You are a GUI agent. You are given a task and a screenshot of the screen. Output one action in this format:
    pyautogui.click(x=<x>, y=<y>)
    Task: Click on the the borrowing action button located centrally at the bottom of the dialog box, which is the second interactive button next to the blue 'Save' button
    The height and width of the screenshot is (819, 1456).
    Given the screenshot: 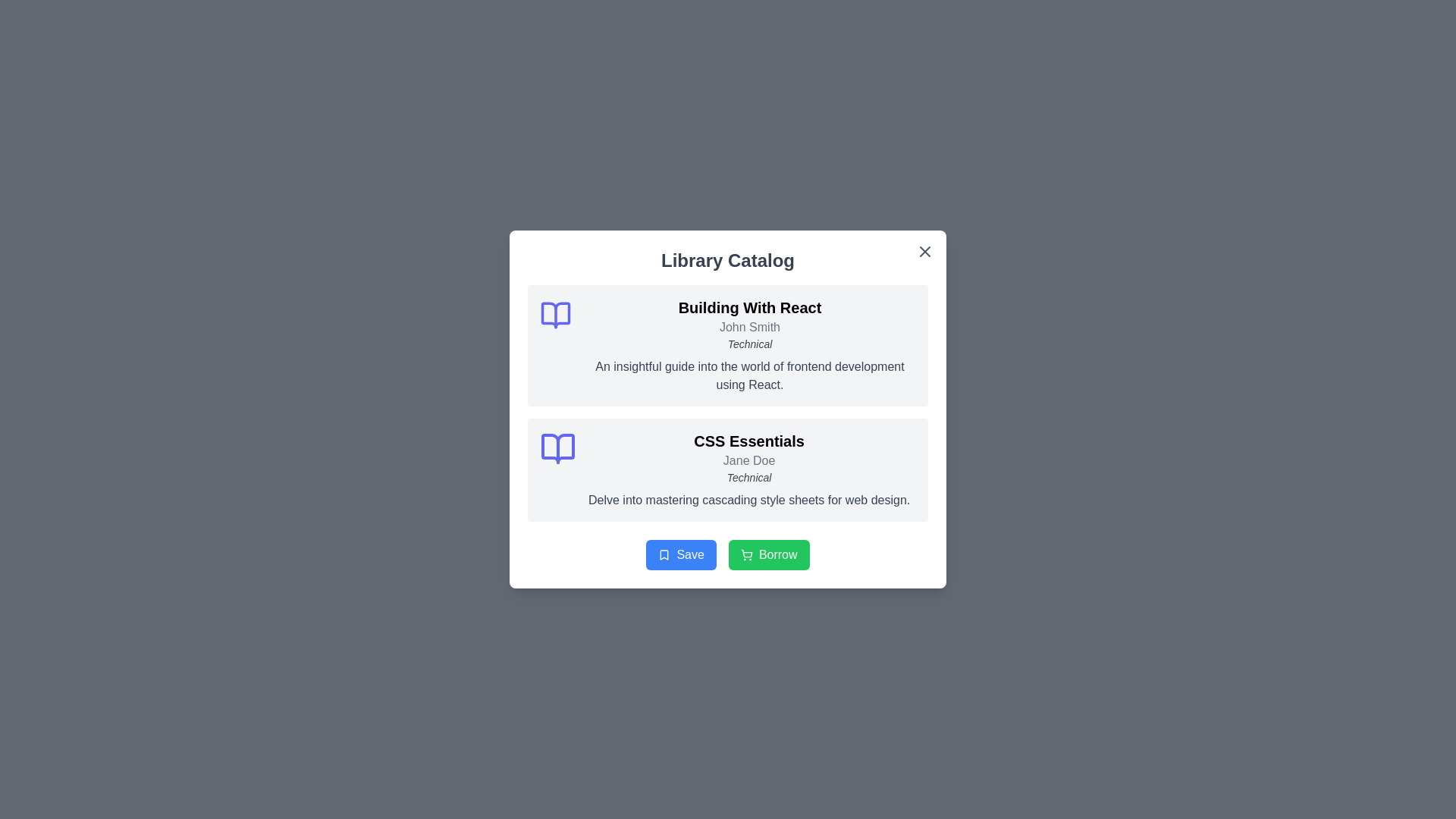 What is the action you would take?
    pyautogui.click(x=769, y=555)
    